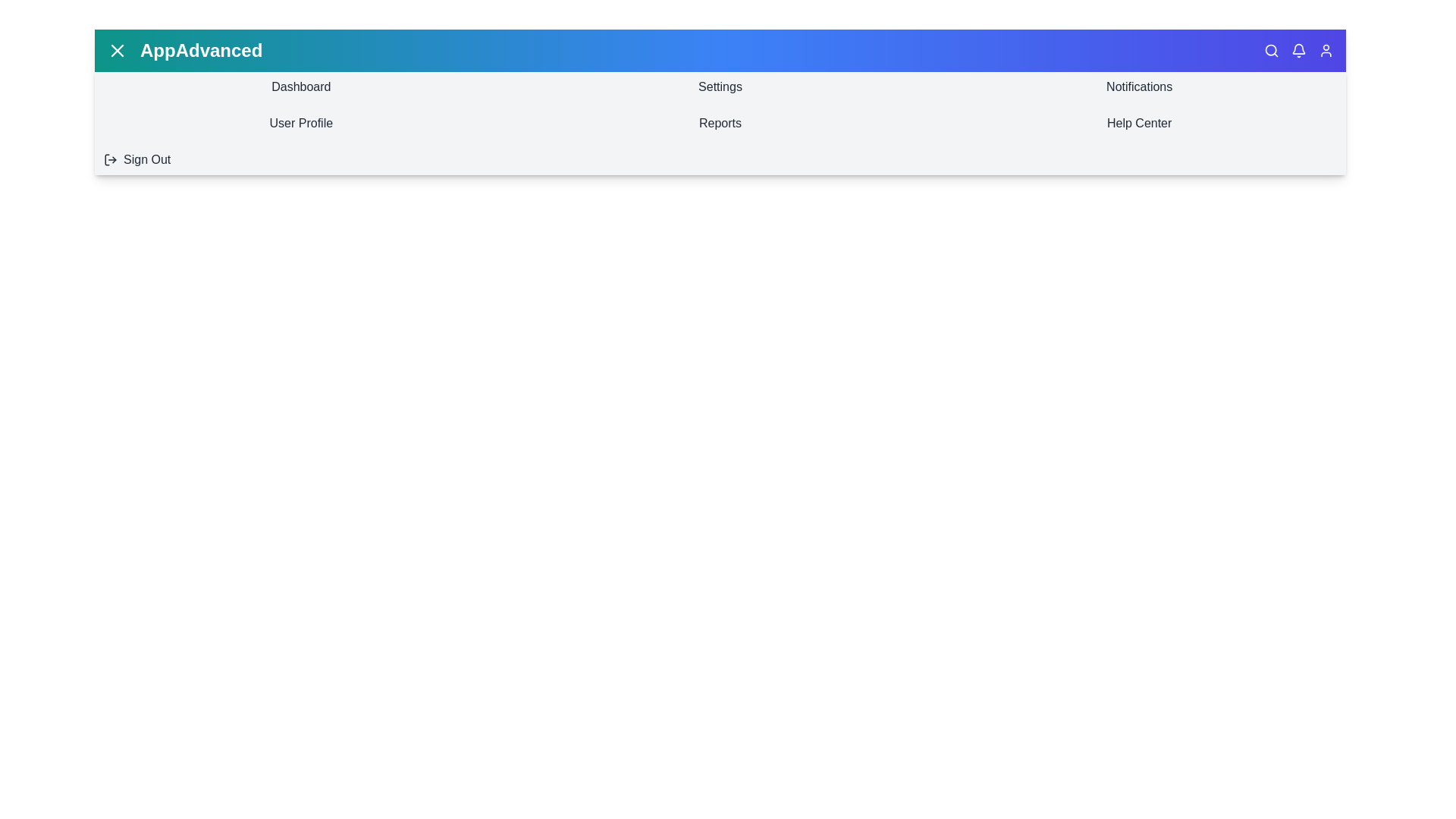 Image resolution: width=1456 pixels, height=819 pixels. What do you see at coordinates (1139, 87) in the screenshot?
I see `the menu item Notifications from the menu bar` at bounding box center [1139, 87].